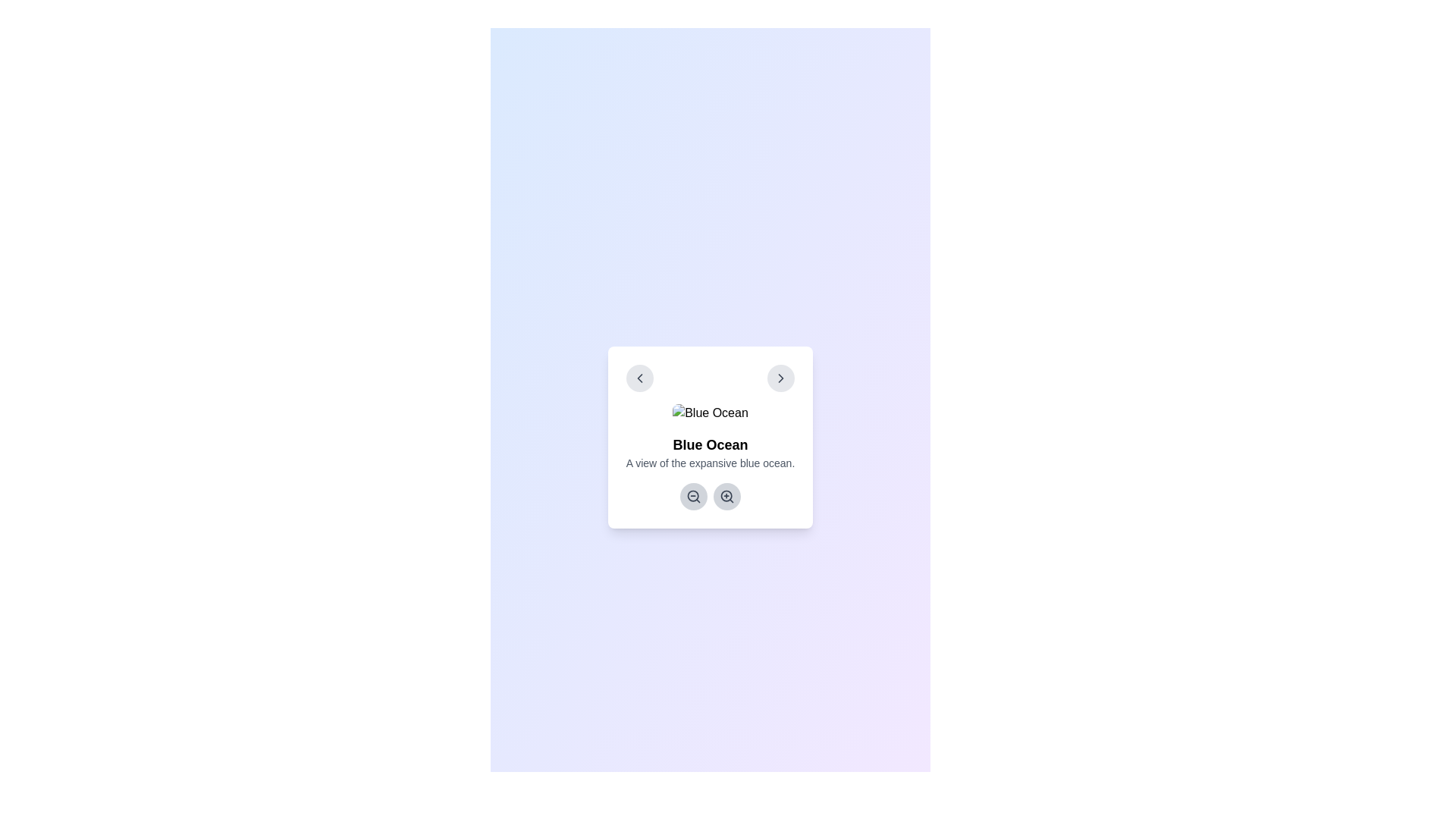  Describe the element at coordinates (639, 377) in the screenshot. I see `the left-pointing arrow button in the top-left corner of the card labeled 'Blue Ocean'` at that location.